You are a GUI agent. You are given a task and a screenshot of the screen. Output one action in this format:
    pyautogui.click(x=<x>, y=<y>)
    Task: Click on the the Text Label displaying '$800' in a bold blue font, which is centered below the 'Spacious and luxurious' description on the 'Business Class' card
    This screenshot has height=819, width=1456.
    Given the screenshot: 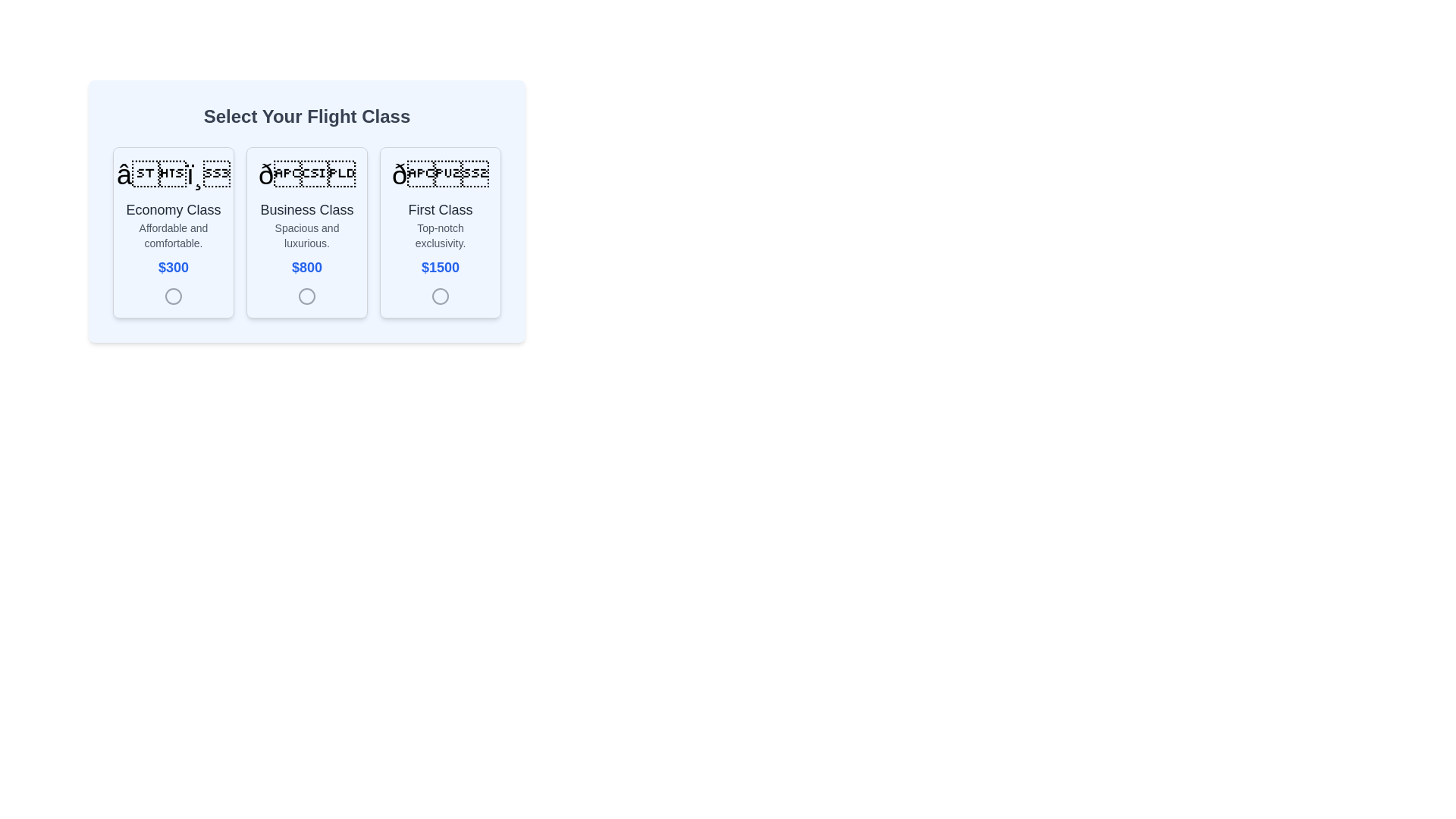 What is the action you would take?
    pyautogui.click(x=306, y=267)
    